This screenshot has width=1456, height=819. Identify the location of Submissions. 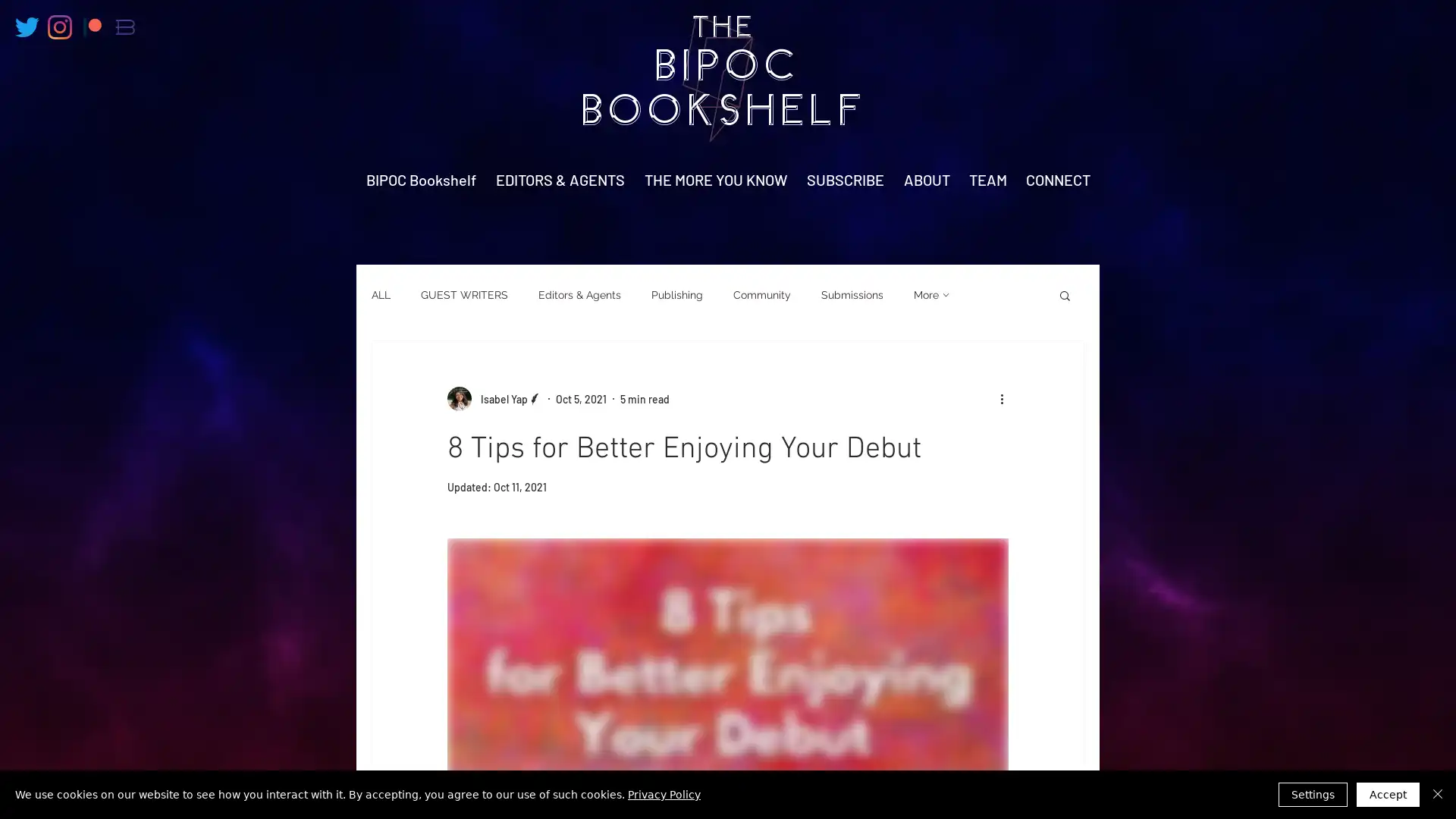
(852, 295).